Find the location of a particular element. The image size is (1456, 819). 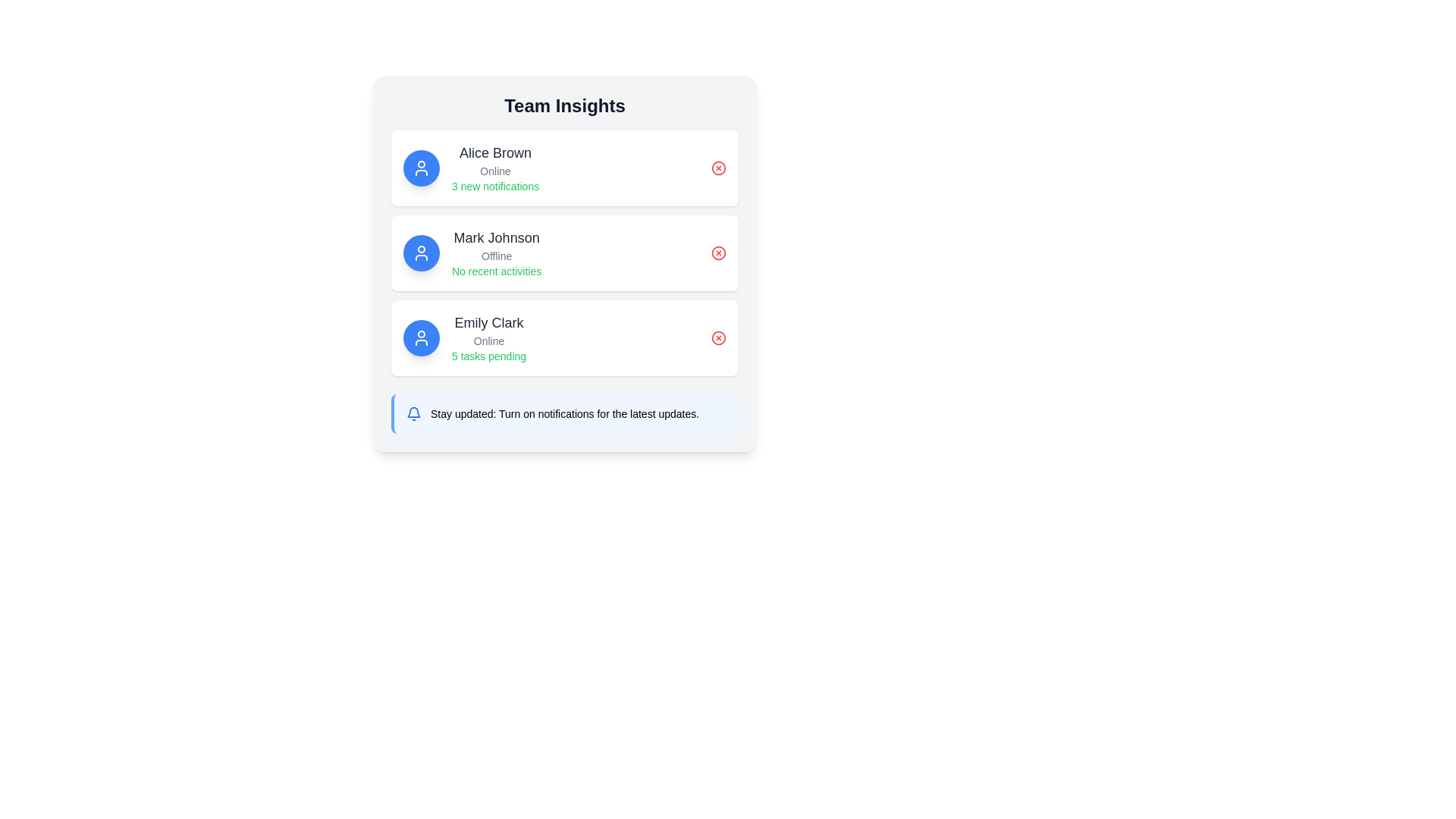

the user icon representing 'Emily Clark', which is a circular figure in a blue background is located at coordinates (422, 337).